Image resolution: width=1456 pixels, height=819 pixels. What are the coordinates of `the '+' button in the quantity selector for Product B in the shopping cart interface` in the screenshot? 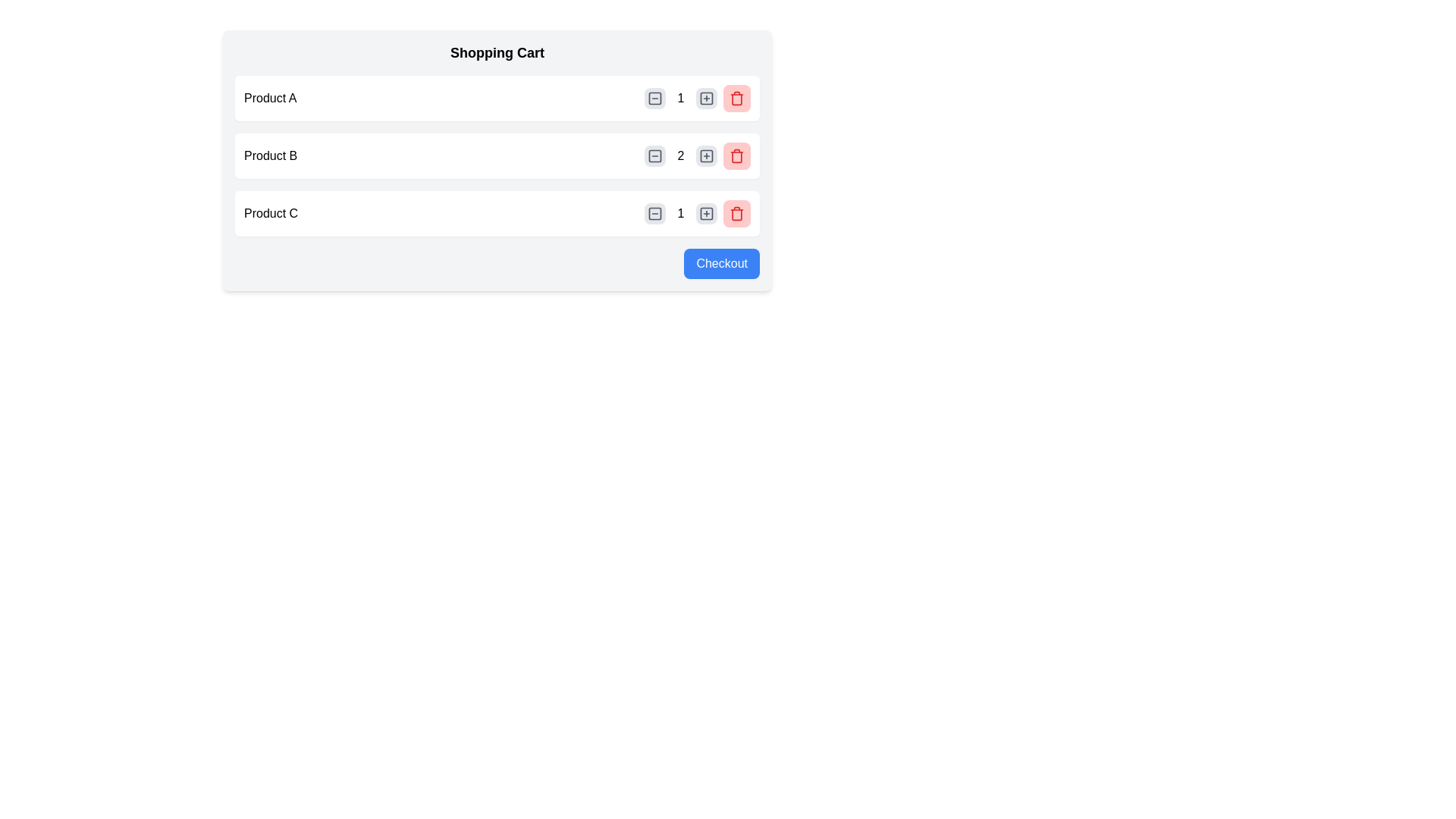 It's located at (705, 155).